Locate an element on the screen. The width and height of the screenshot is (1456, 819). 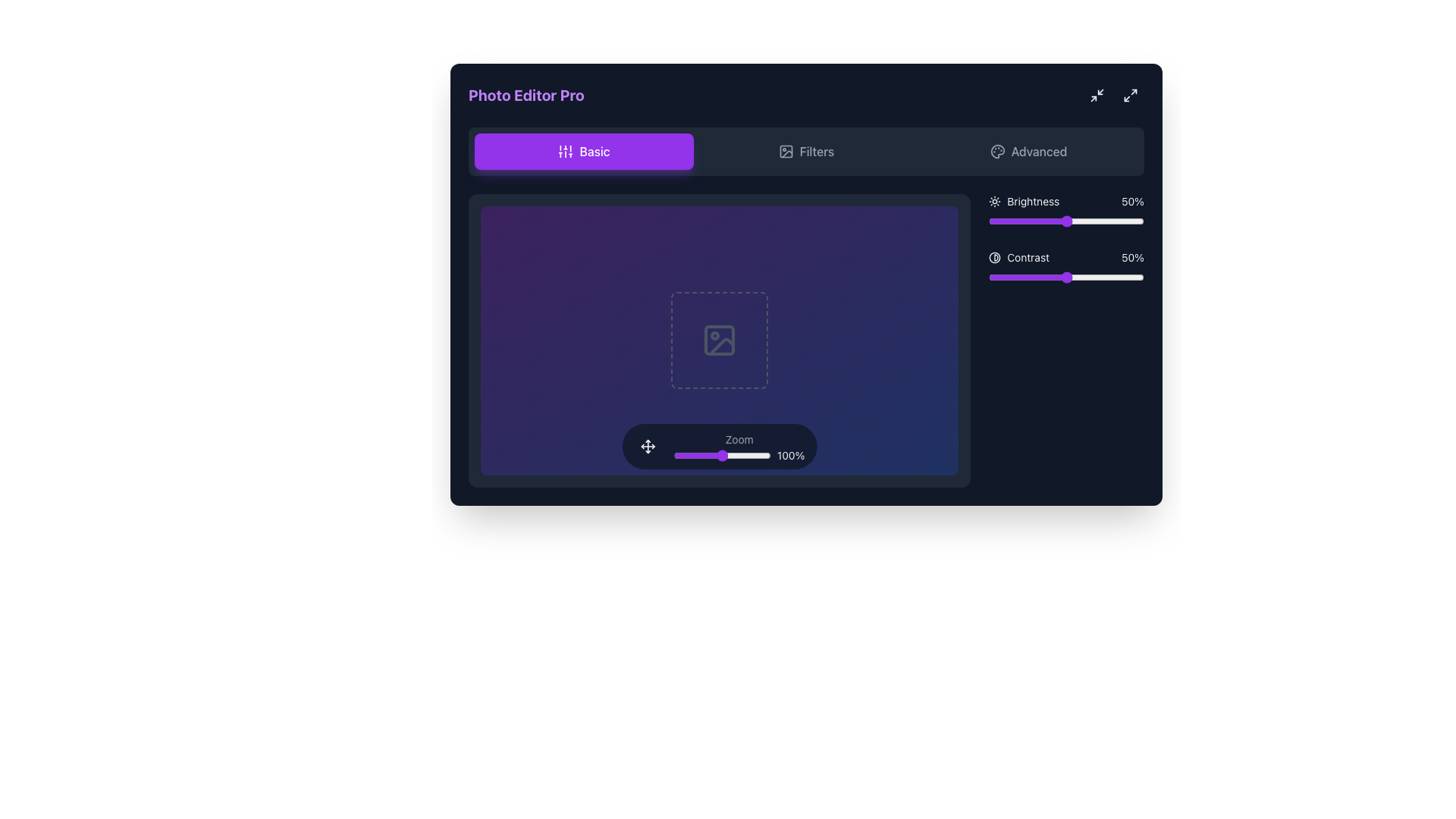
the zoom level is located at coordinates (730, 454).